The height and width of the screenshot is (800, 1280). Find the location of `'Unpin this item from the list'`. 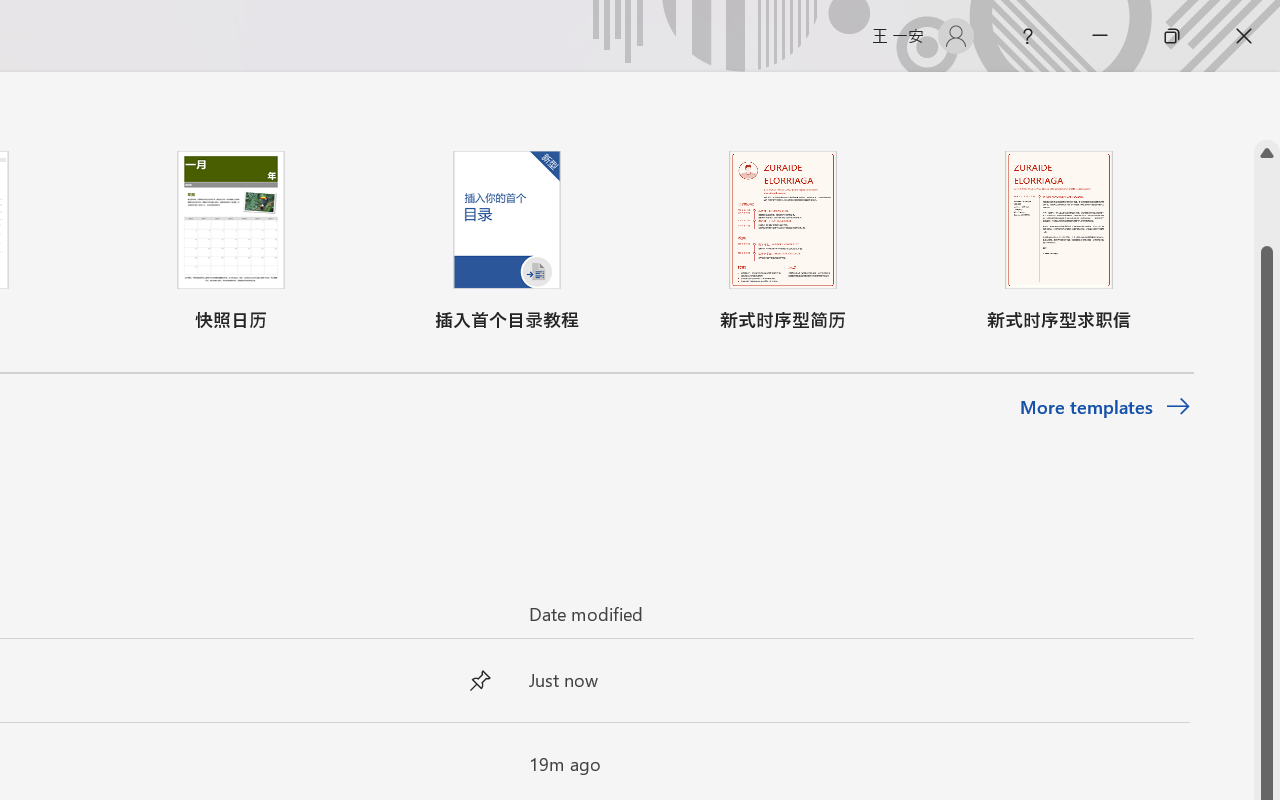

'Unpin this item from the list' is located at coordinates (480, 680).